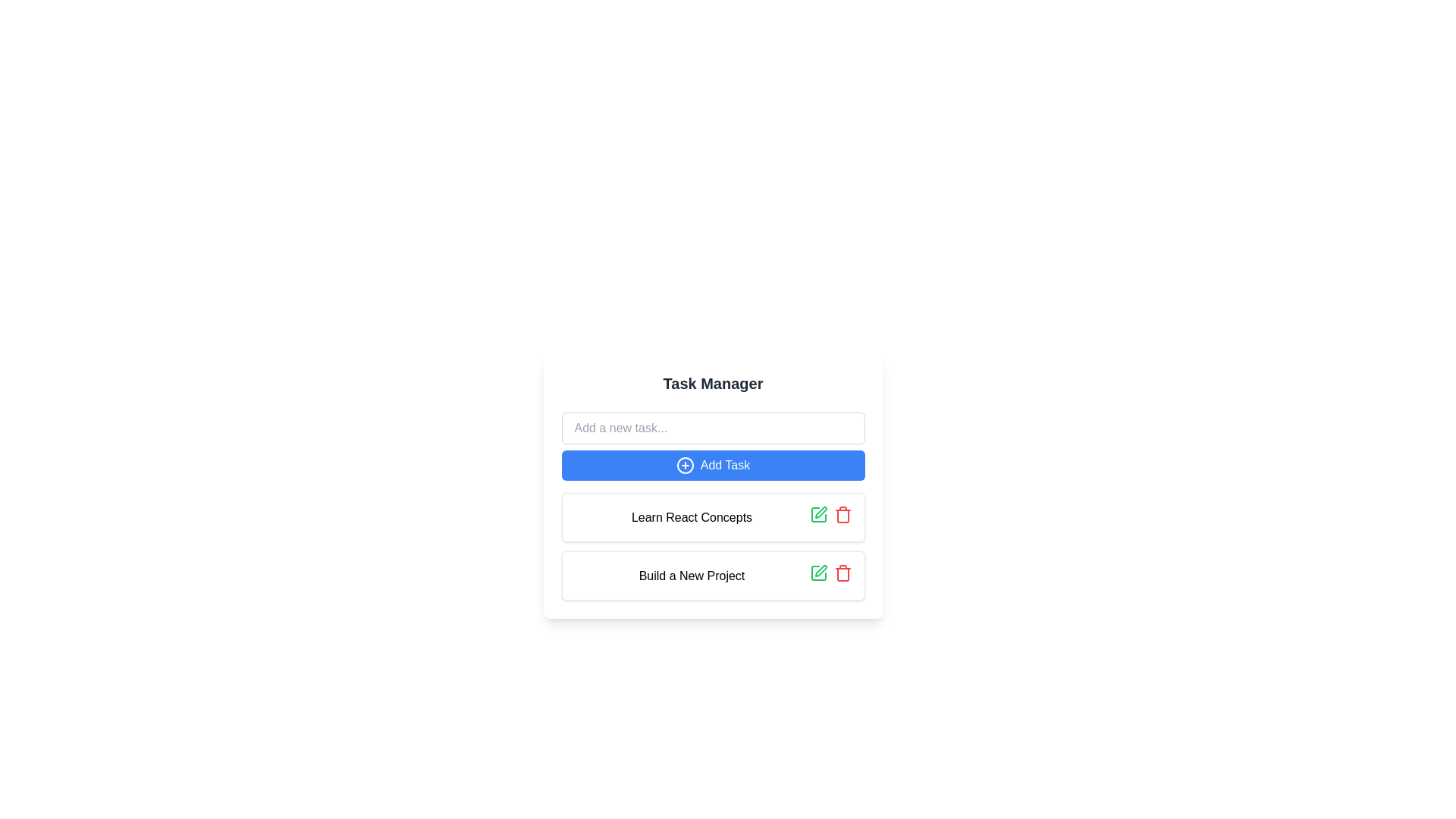  Describe the element at coordinates (820, 570) in the screenshot. I see `the pen-like icon with a green outline, which is the leftmost action icon in the task action menu adjacent to the 'Build a New Project' label` at that location.